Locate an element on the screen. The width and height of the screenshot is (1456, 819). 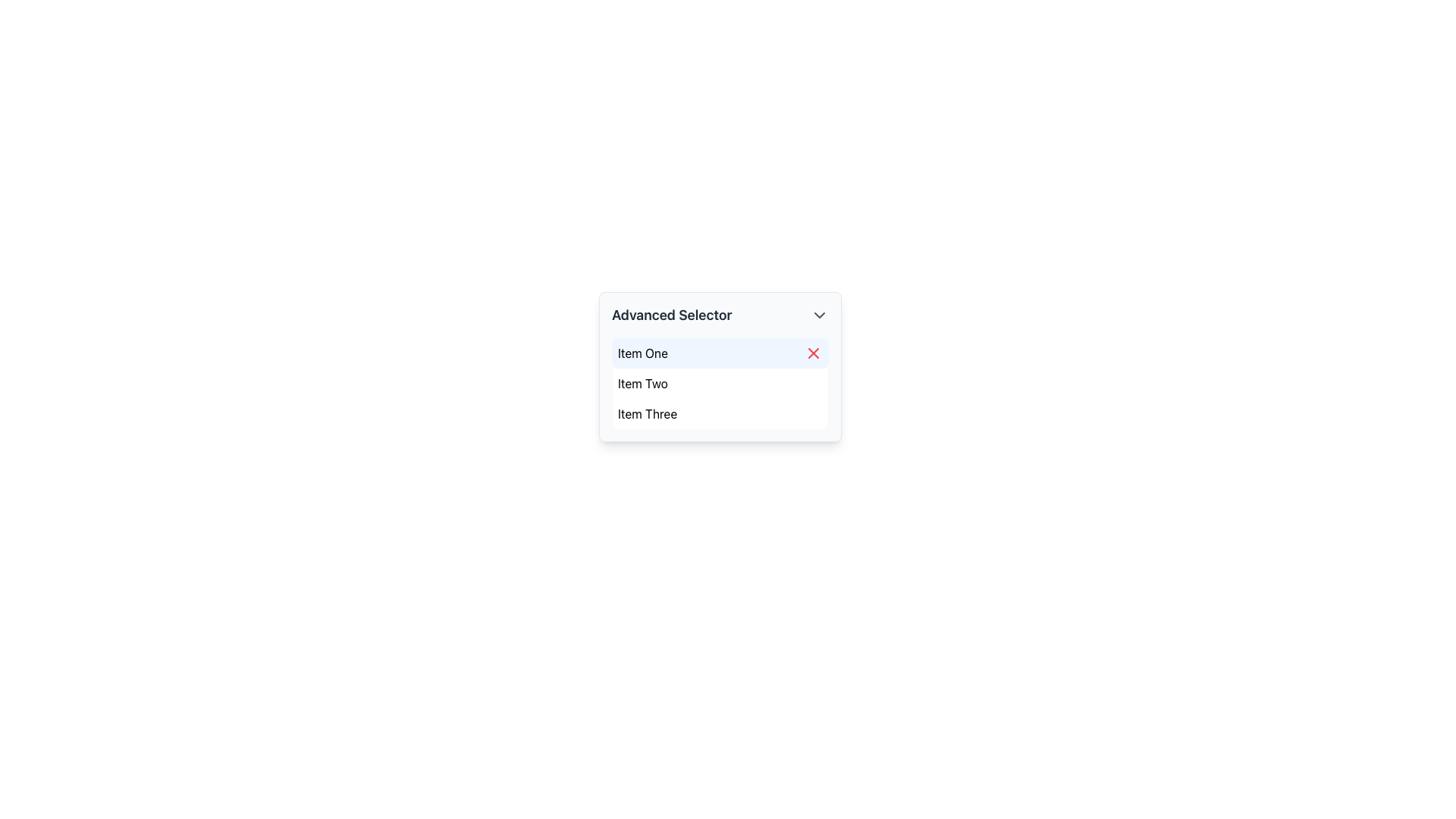
the text label 'Item Three' in the dropdown menu is located at coordinates (648, 414).